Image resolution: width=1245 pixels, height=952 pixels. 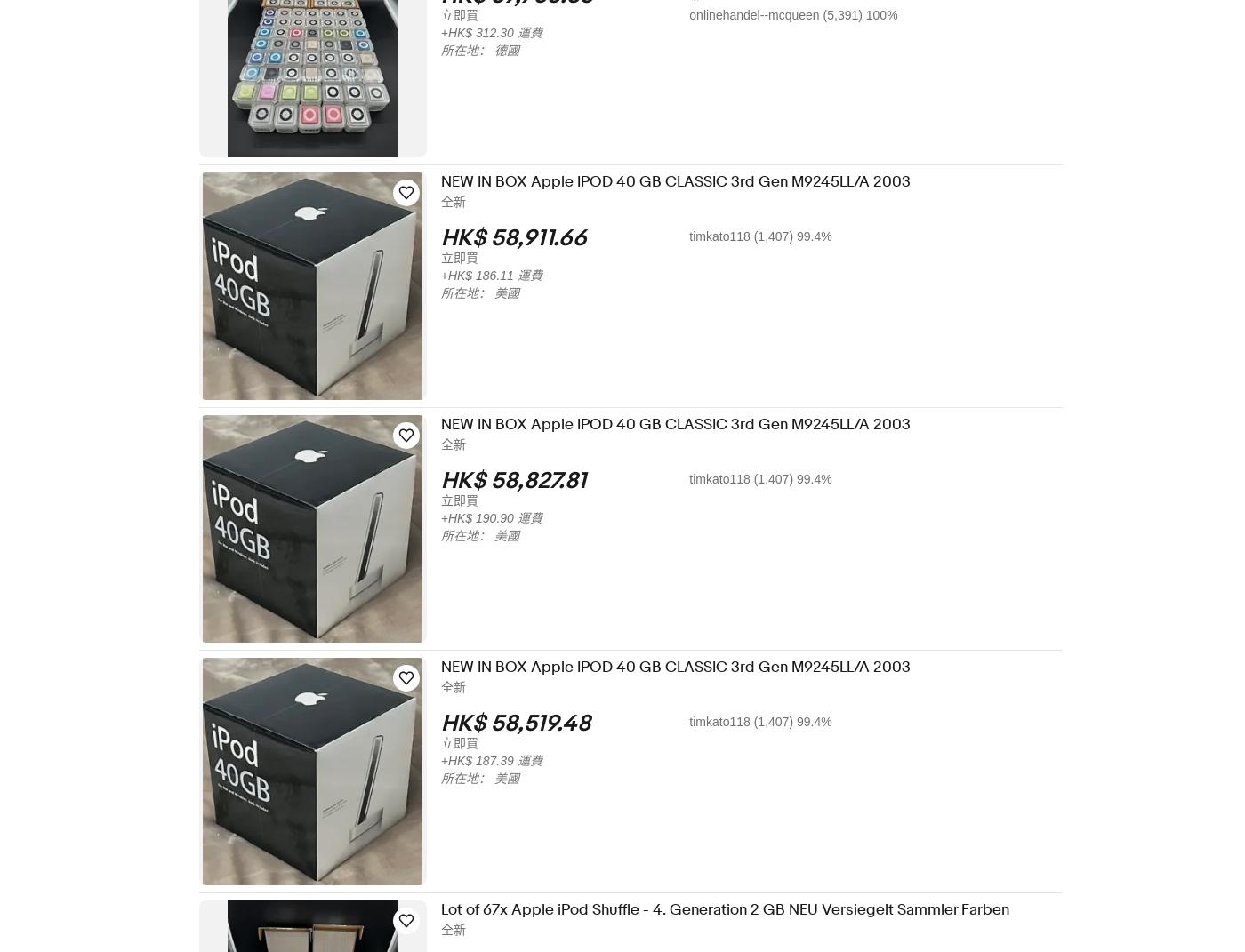 I want to click on '+HK$ 190.90 運費', so click(x=503, y=518).